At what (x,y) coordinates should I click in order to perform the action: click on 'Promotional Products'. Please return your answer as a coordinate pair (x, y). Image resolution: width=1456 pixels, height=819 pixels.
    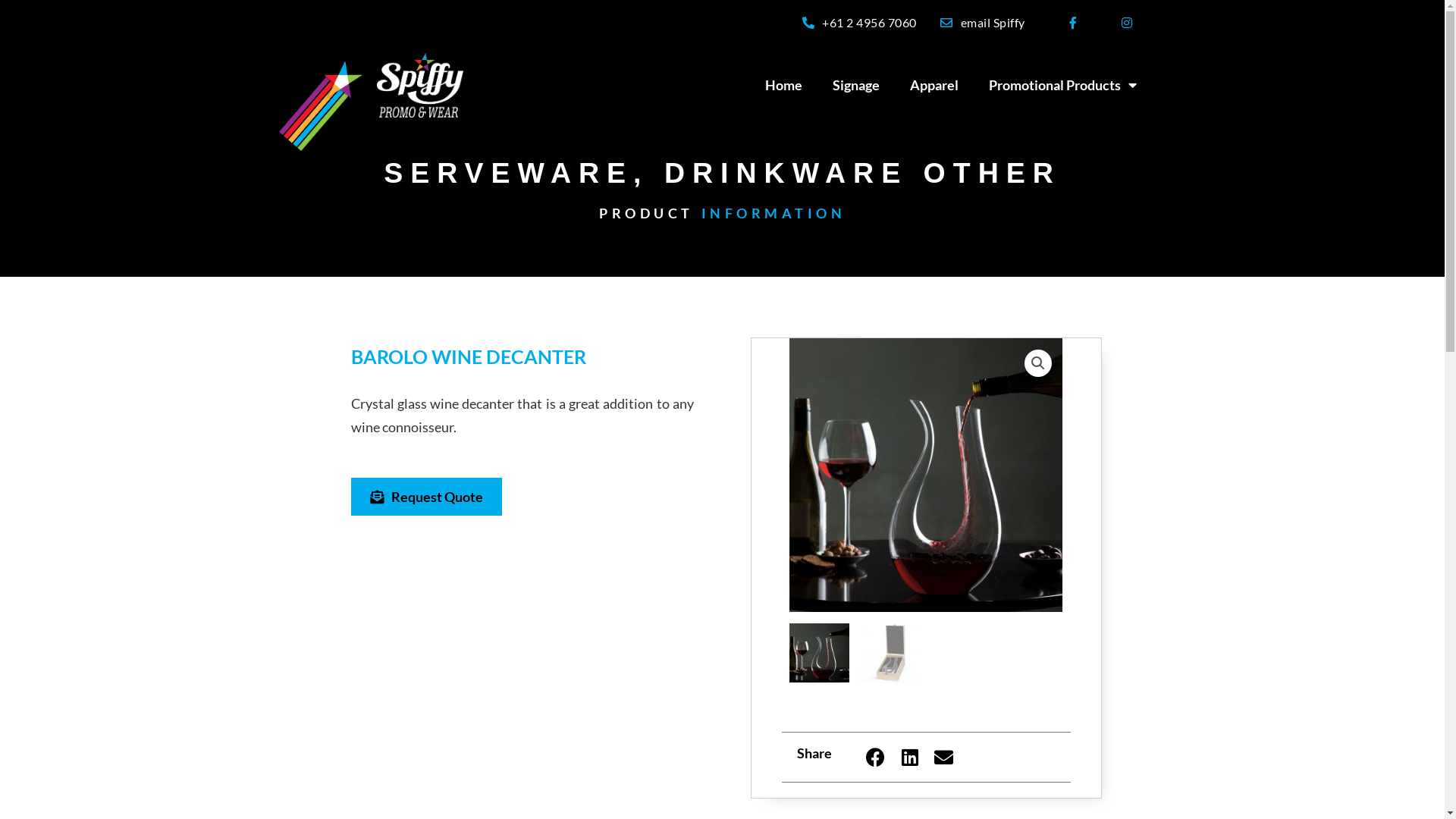
    Looking at the image, I should click on (1062, 84).